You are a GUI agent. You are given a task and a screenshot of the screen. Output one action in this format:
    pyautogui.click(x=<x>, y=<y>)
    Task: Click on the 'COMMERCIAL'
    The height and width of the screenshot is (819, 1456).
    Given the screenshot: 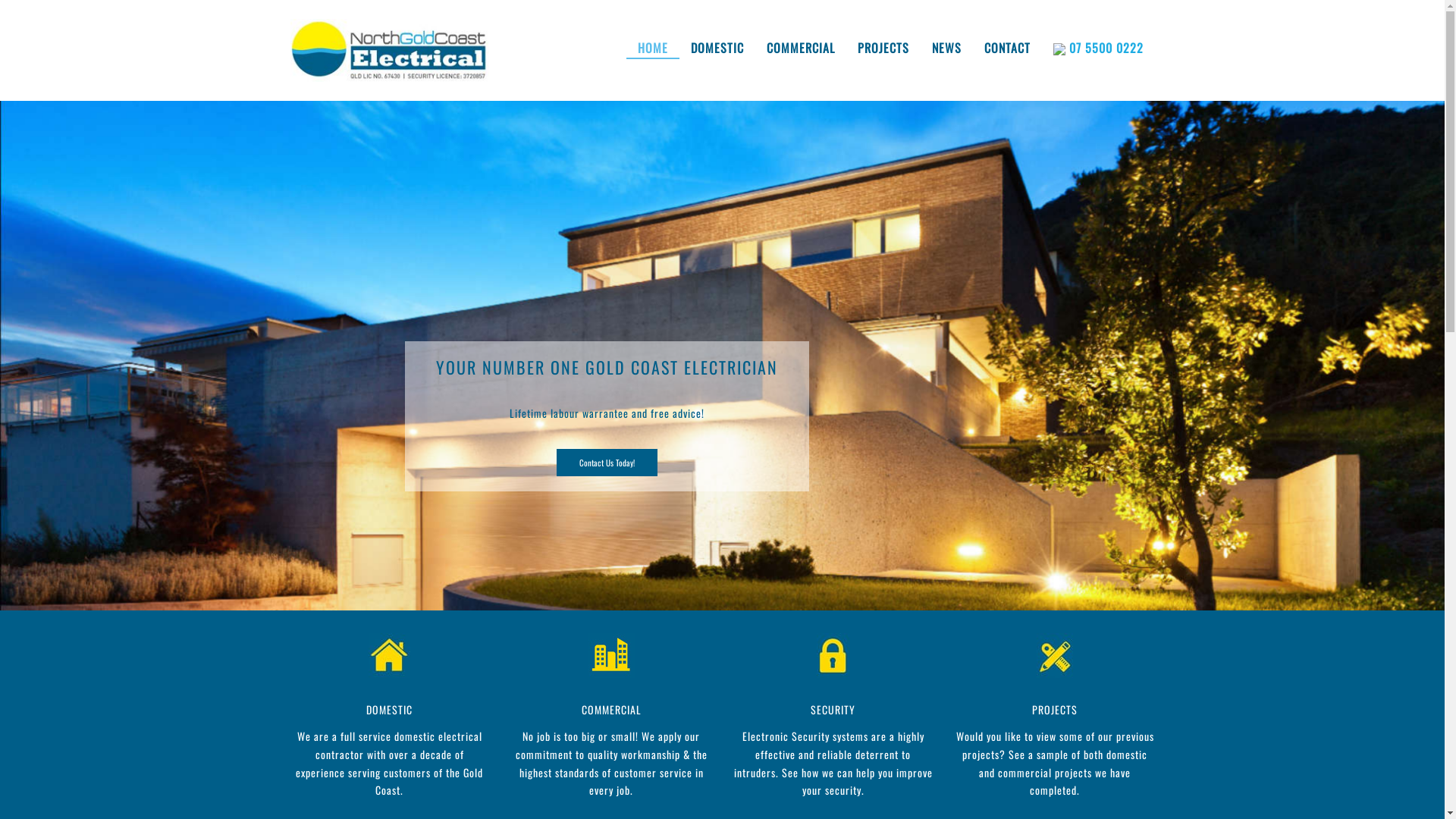 What is the action you would take?
    pyautogui.click(x=755, y=46)
    